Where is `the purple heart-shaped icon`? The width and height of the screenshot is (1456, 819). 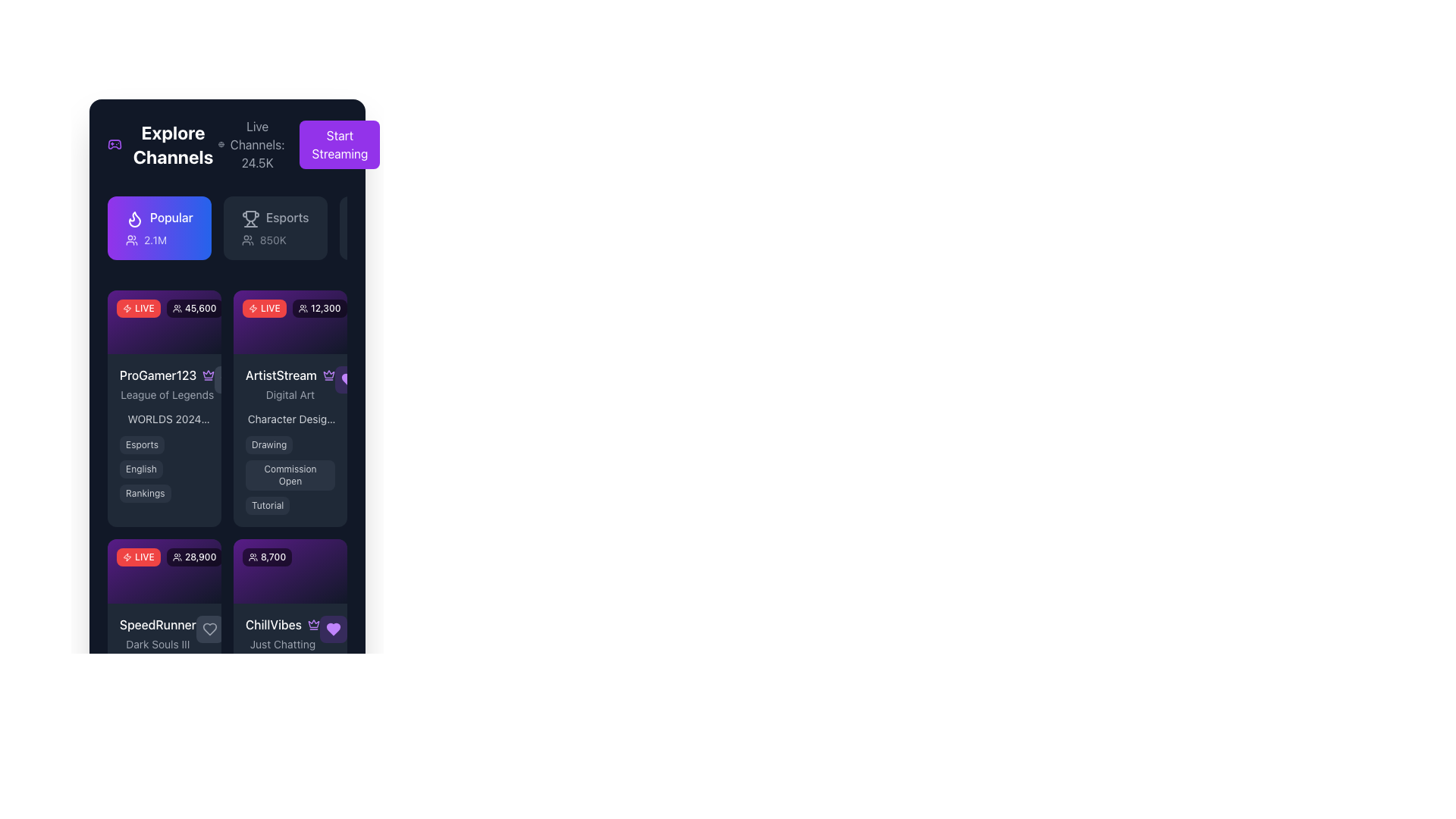 the purple heart-shaped icon is located at coordinates (332, 629).